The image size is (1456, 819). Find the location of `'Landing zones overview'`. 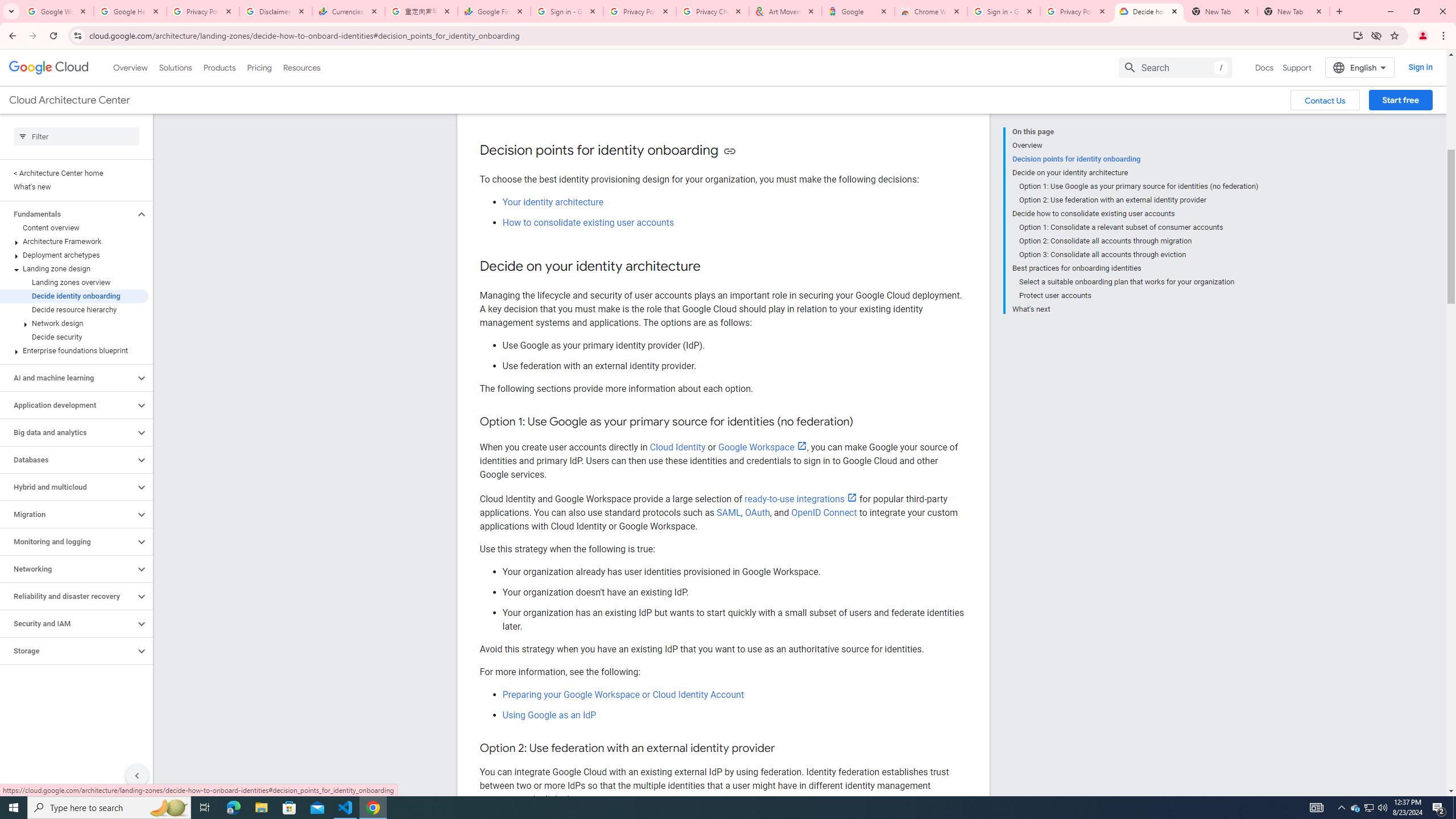

'Landing zones overview' is located at coordinates (74, 282).